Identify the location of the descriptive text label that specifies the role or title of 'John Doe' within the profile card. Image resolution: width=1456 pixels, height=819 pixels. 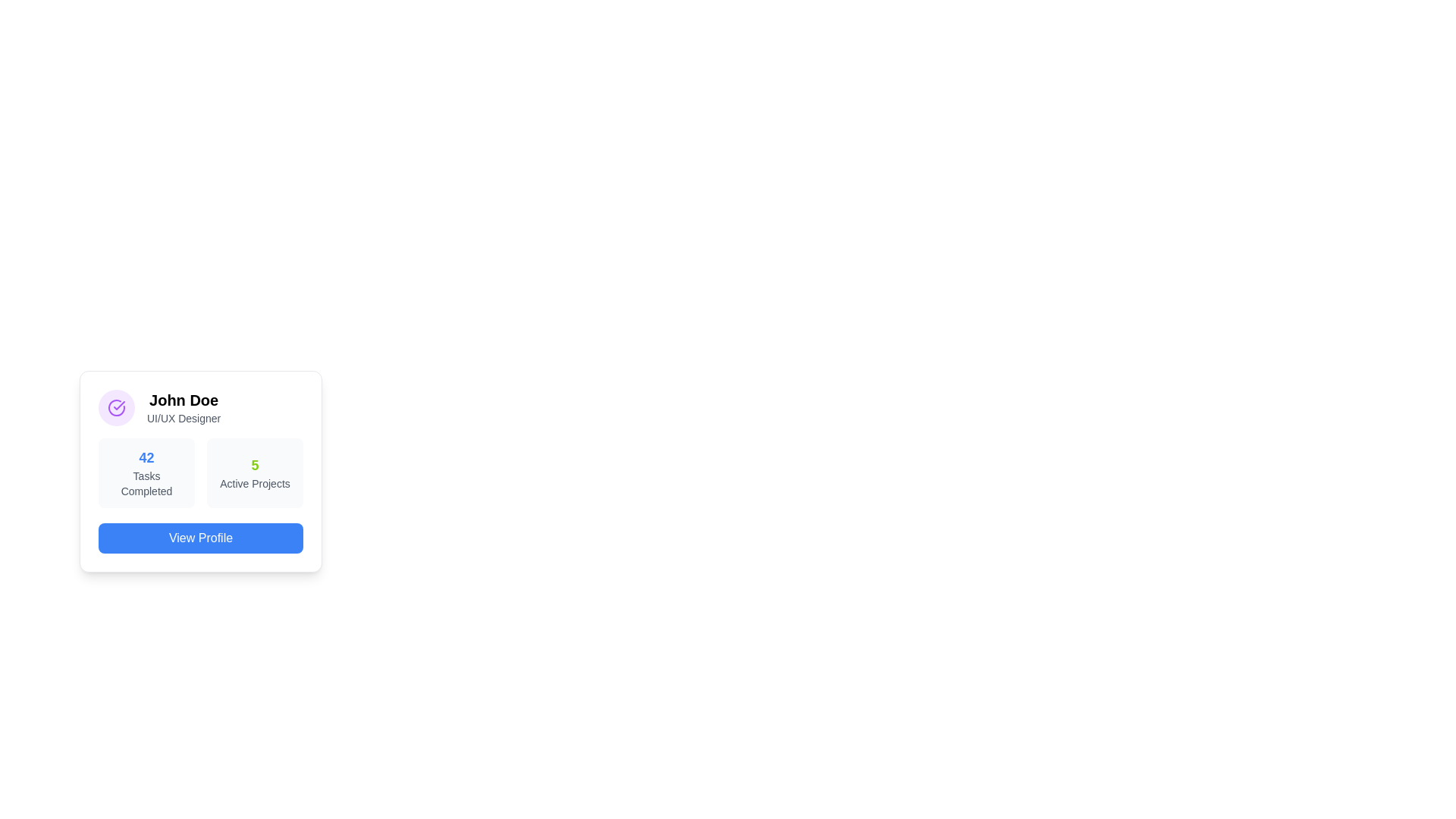
(183, 418).